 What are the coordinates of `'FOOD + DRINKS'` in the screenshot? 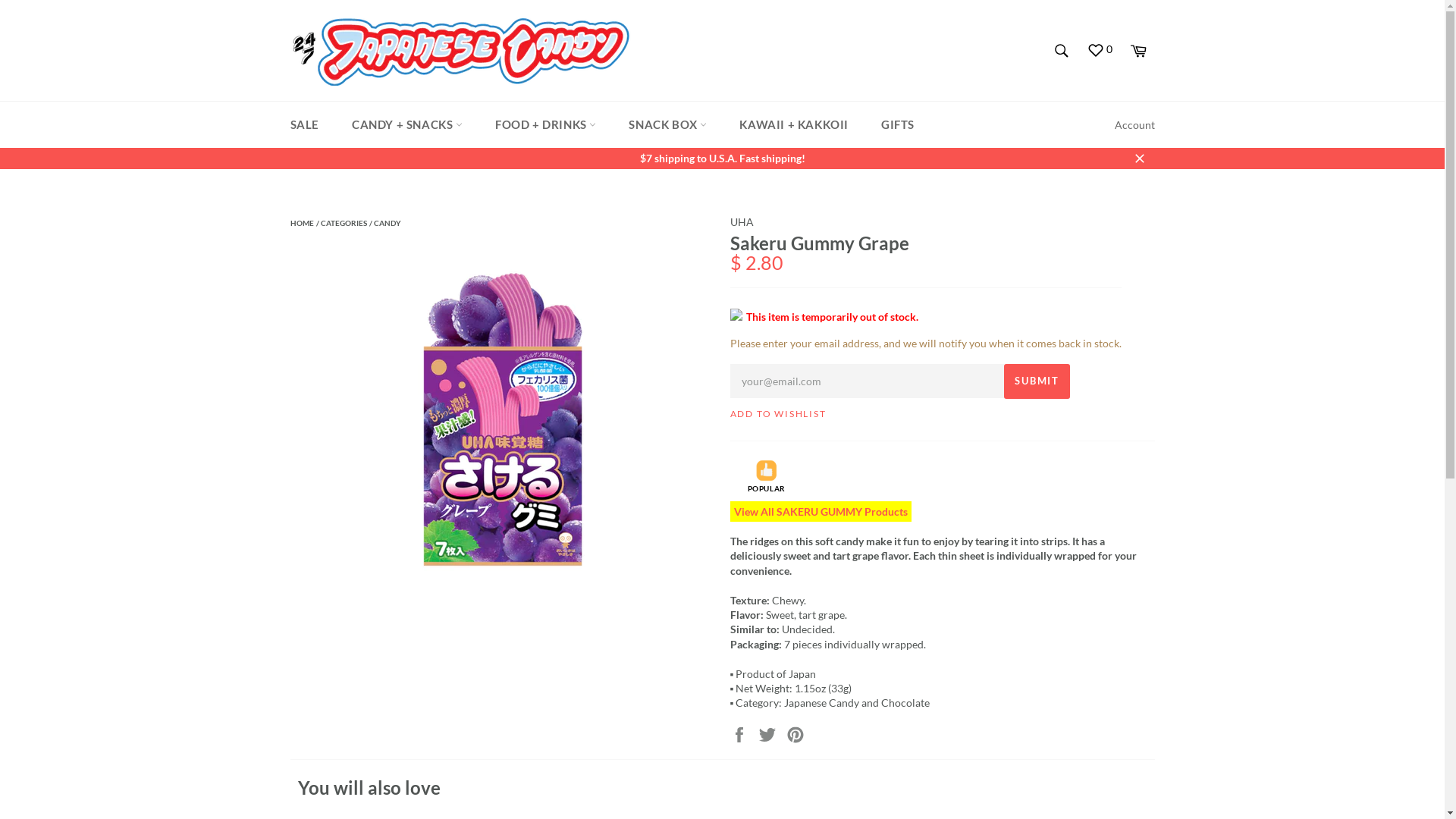 It's located at (545, 124).